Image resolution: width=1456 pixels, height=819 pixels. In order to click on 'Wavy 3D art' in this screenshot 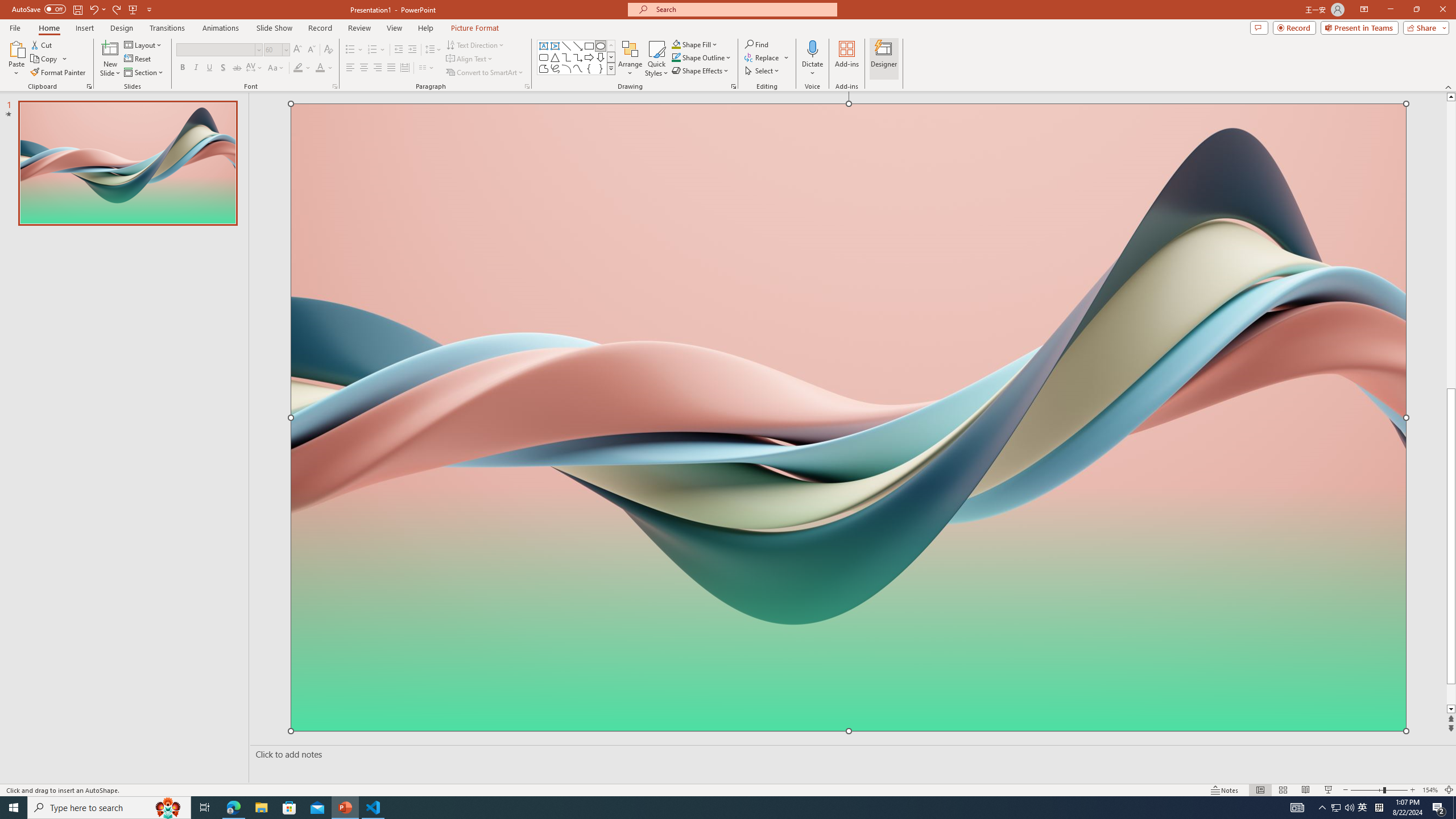, I will do `click(848, 416)`.